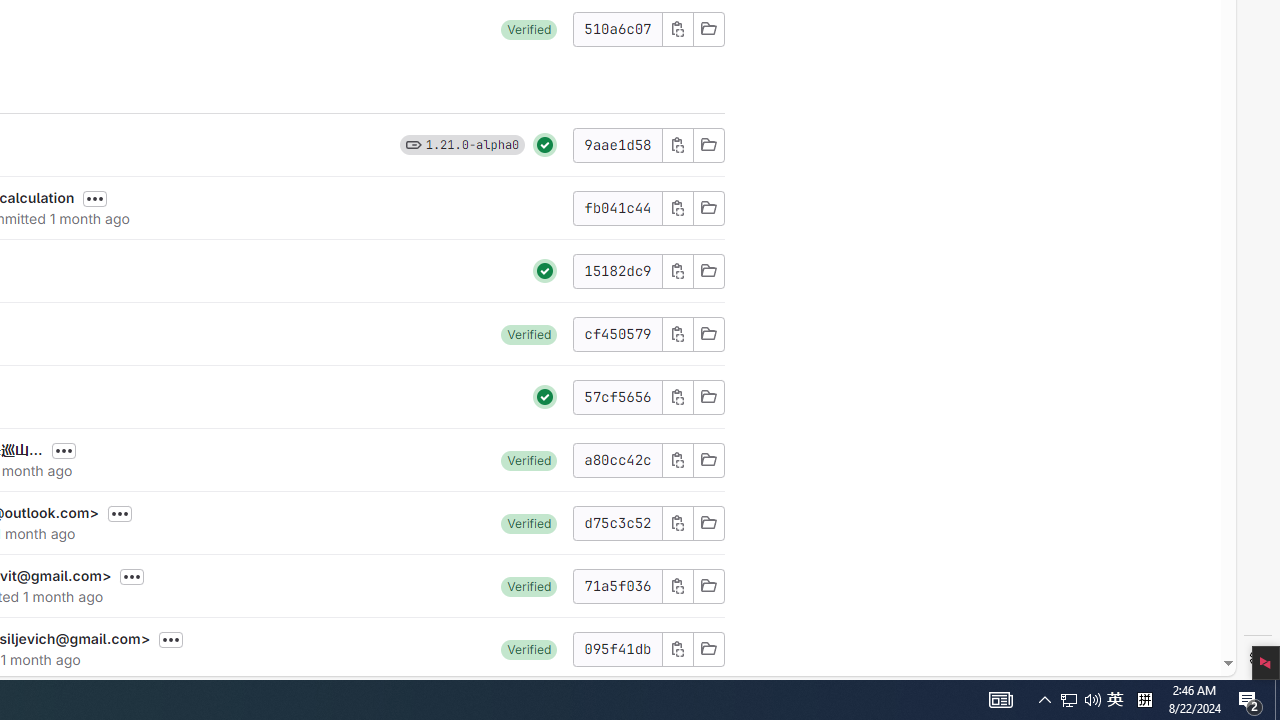 The image size is (1280, 720). What do you see at coordinates (471, 143) in the screenshot?
I see `'1.21.0-alpha0'` at bounding box center [471, 143].